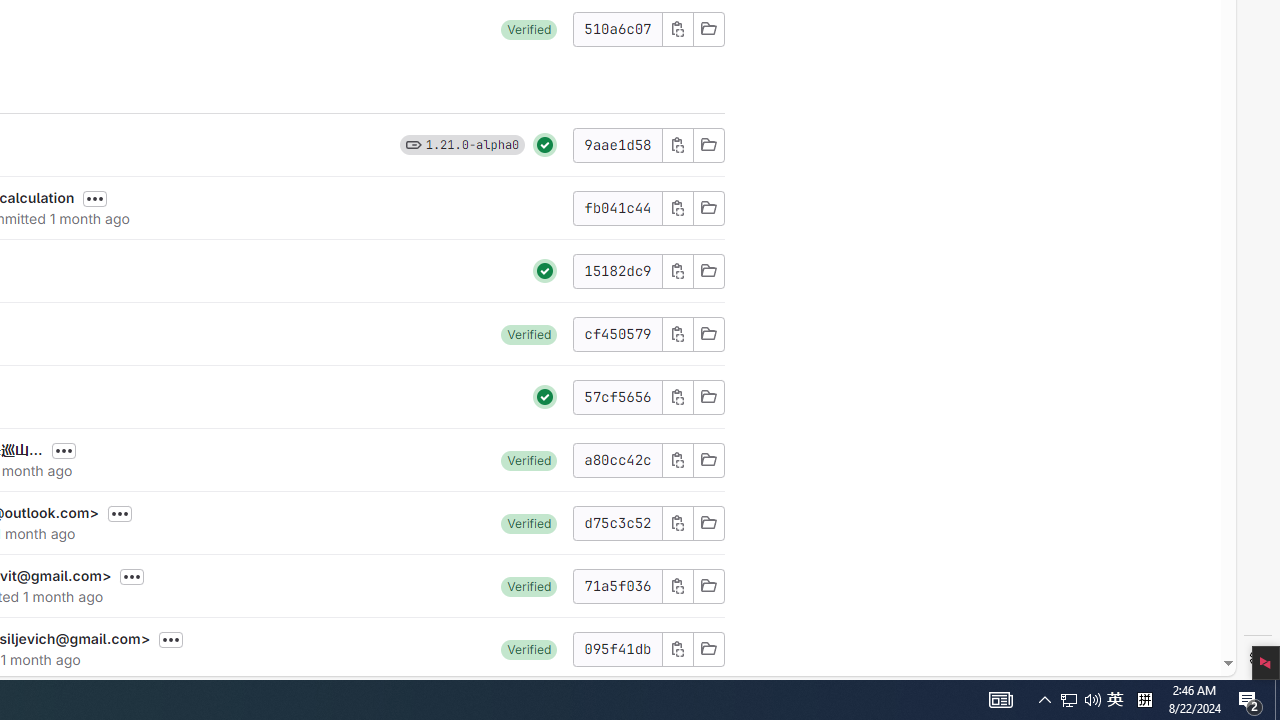 The image size is (1280, 720). What do you see at coordinates (471, 143) in the screenshot?
I see `'1.21.0-alpha0'` at bounding box center [471, 143].